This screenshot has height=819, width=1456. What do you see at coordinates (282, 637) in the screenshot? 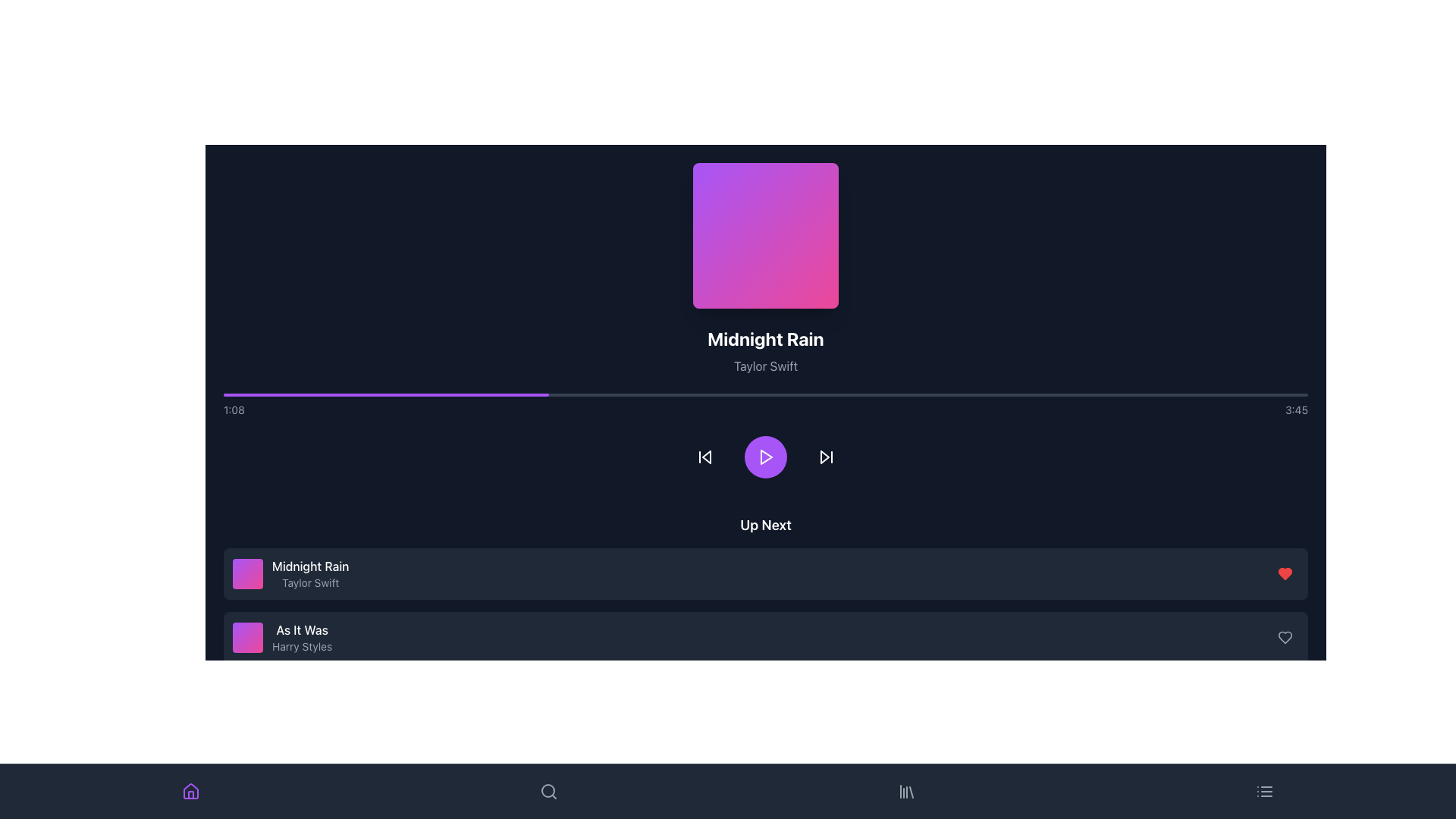
I see `the music track entry` at bounding box center [282, 637].